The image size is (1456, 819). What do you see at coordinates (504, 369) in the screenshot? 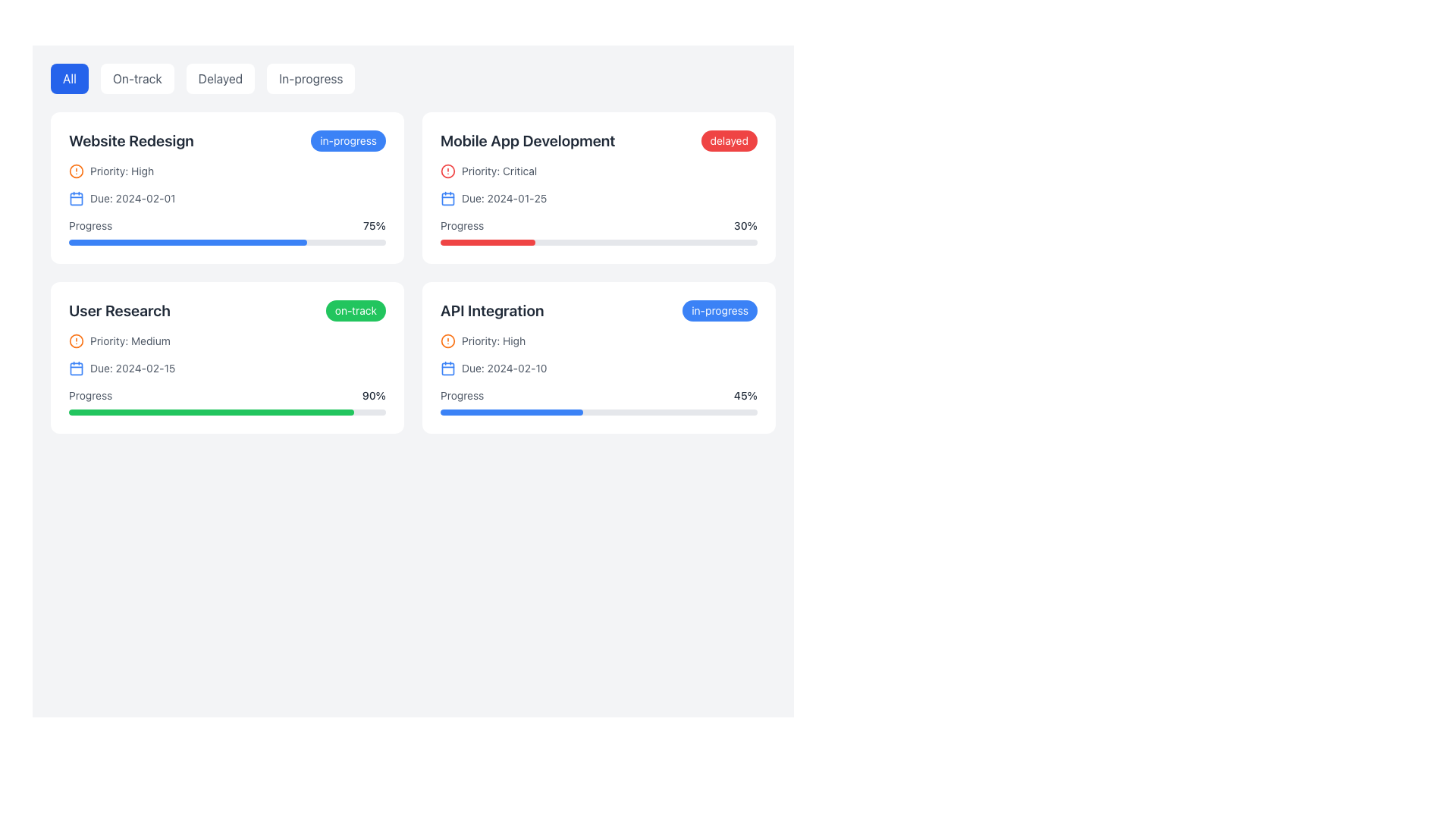
I see `the Label displaying the due date 'Due: 2024-02-10', which is positioned to the right of the calendar icon in the 'API Integration' card` at bounding box center [504, 369].